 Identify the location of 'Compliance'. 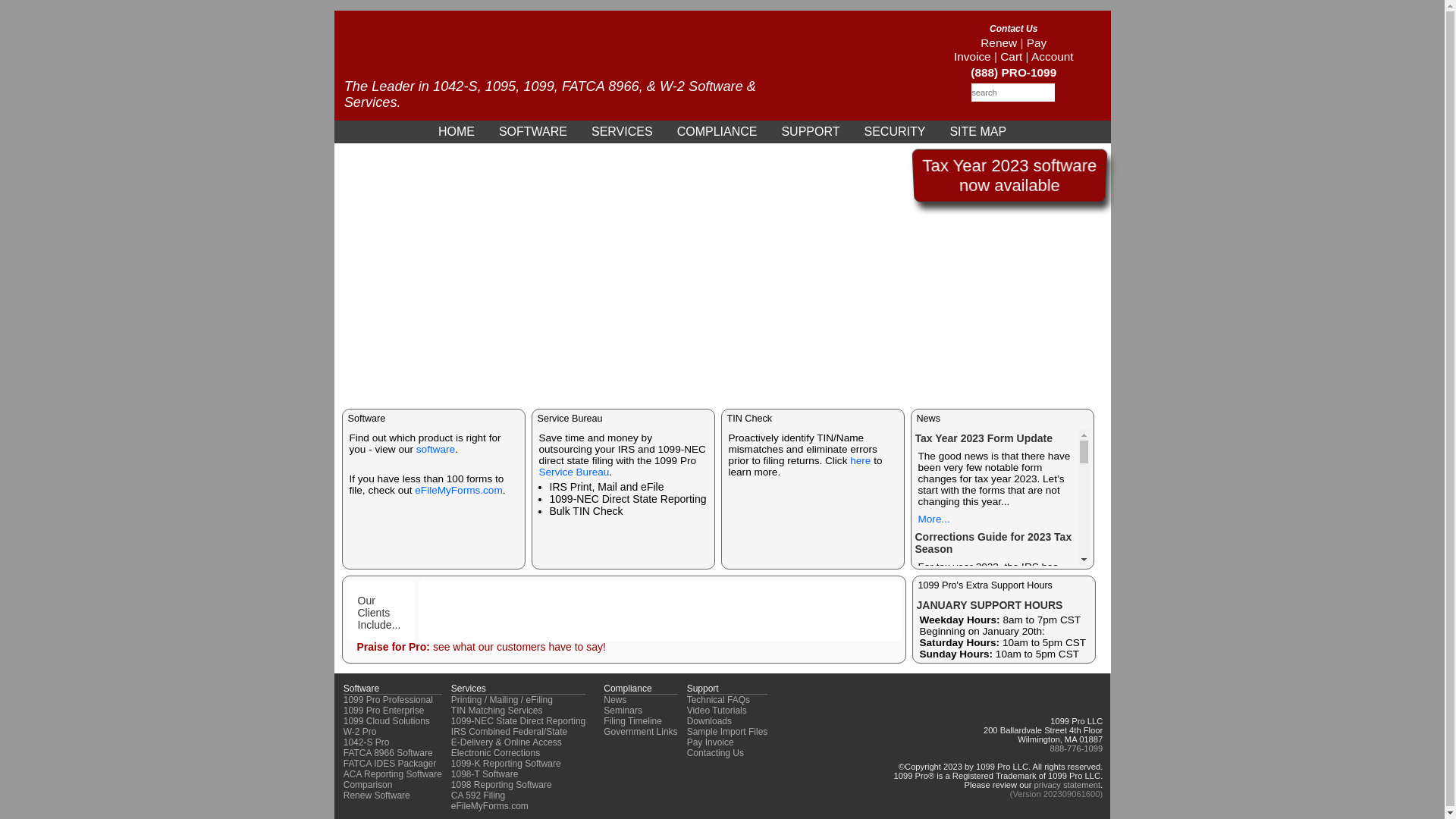
(627, 688).